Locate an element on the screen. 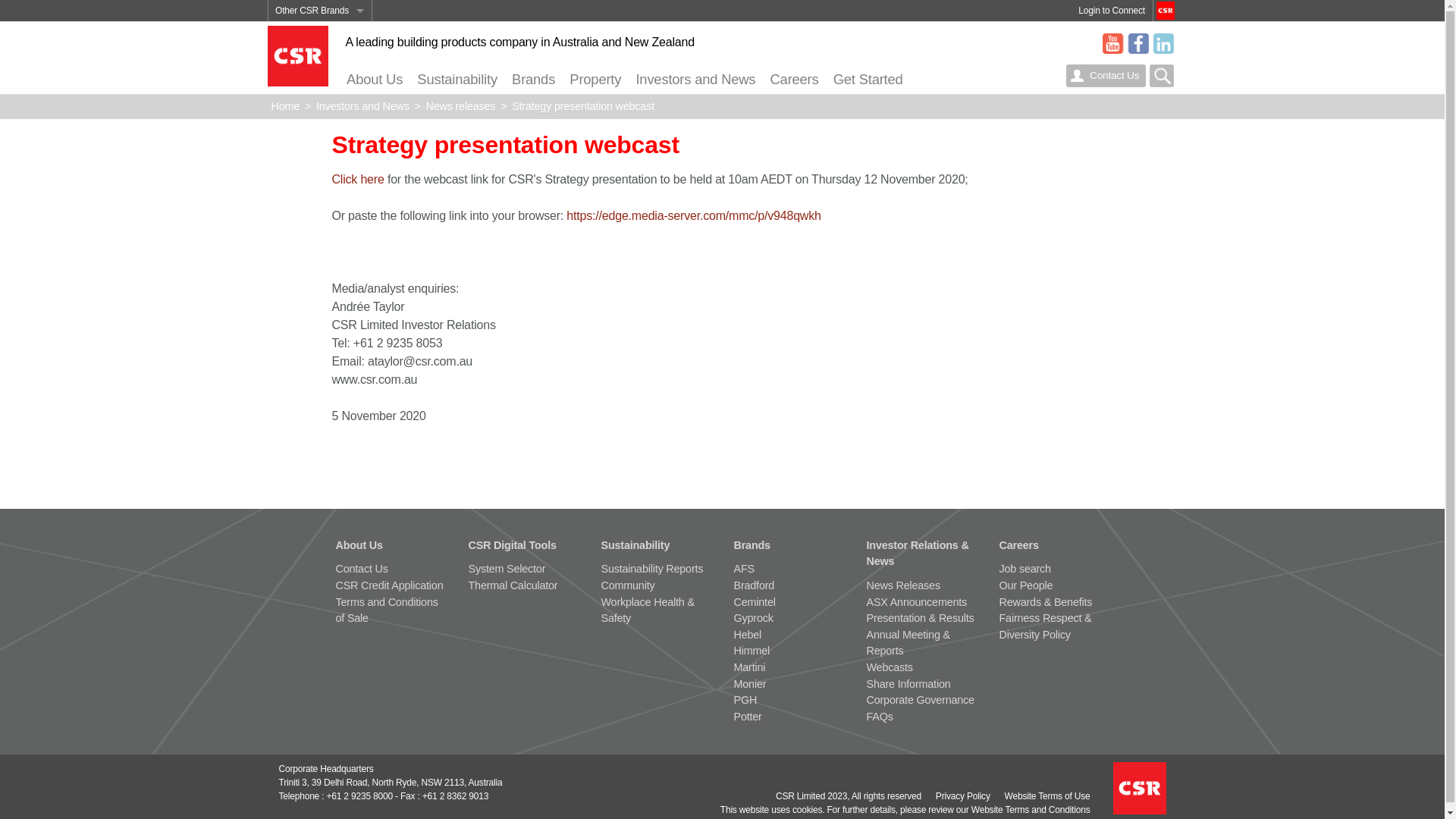  'CSR Credit Application' is located at coordinates (334, 584).